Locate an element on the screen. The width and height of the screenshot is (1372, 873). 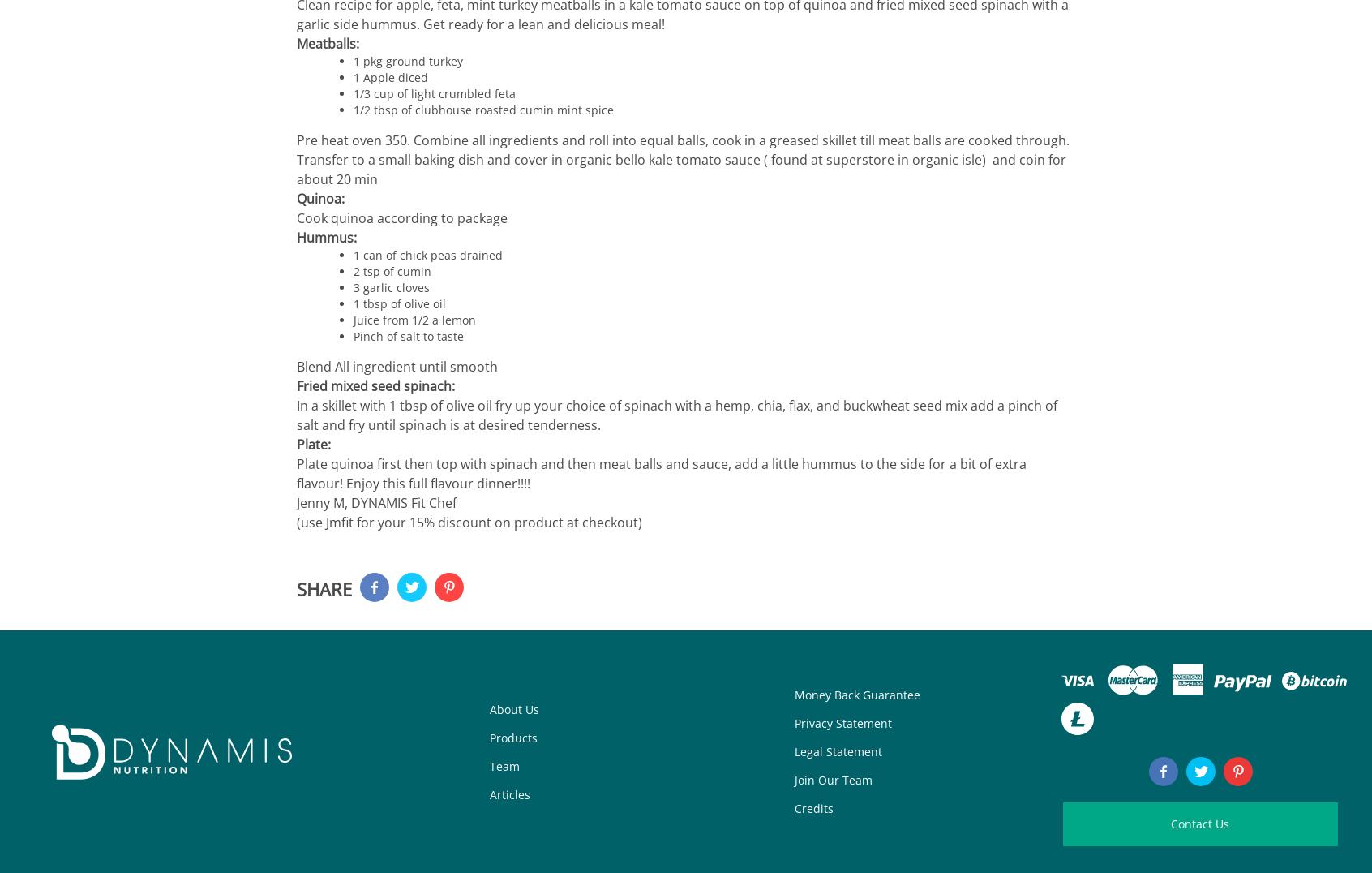
'3 garlic cloves' is located at coordinates (391, 287).